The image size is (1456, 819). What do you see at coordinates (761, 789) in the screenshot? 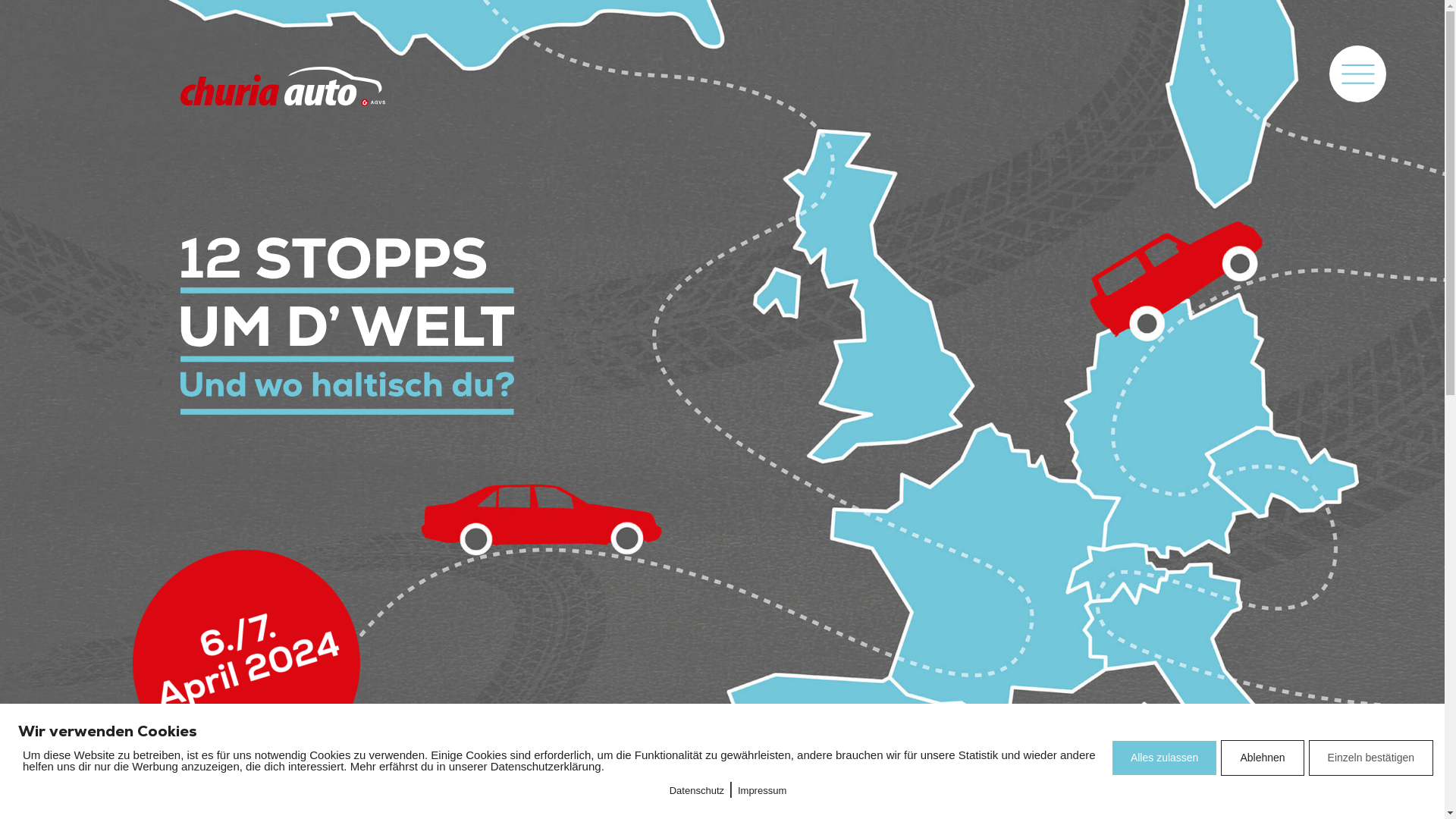
I see `'Impressum'` at bounding box center [761, 789].